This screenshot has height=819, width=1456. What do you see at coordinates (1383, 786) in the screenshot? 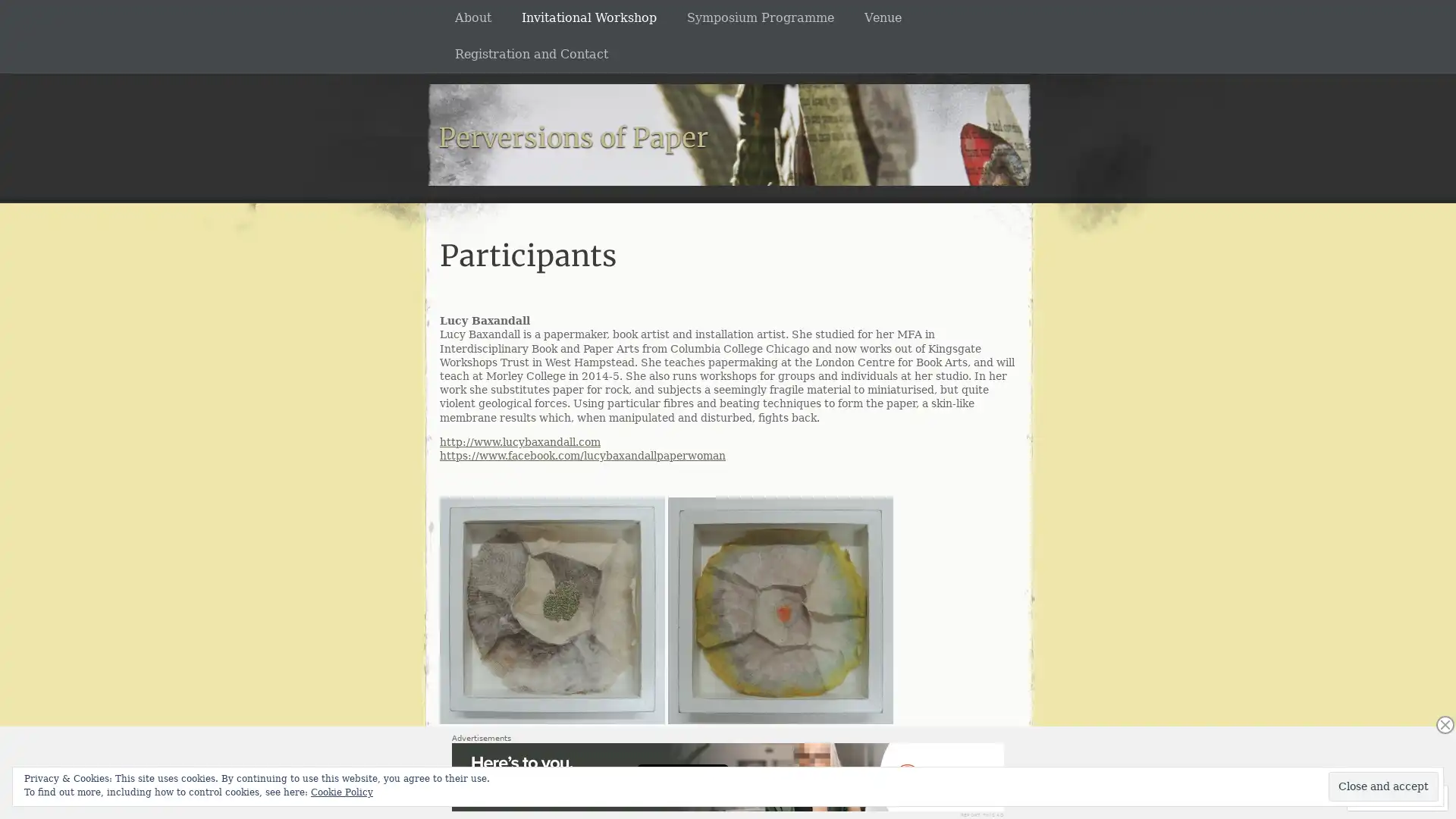
I see `Close and accept` at bounding box center [1383, 786].